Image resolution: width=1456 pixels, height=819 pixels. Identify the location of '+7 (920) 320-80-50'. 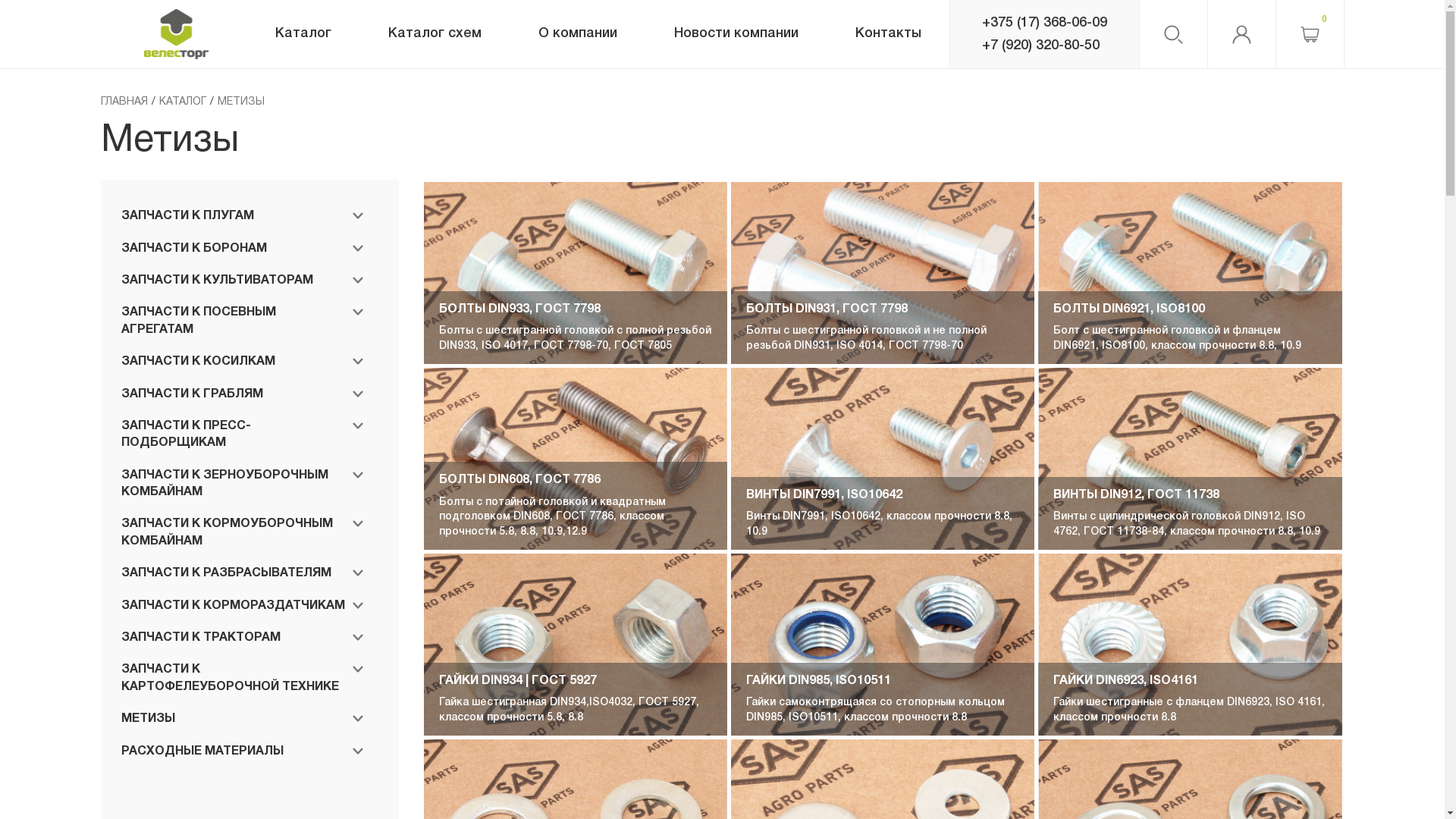
(981, 45).